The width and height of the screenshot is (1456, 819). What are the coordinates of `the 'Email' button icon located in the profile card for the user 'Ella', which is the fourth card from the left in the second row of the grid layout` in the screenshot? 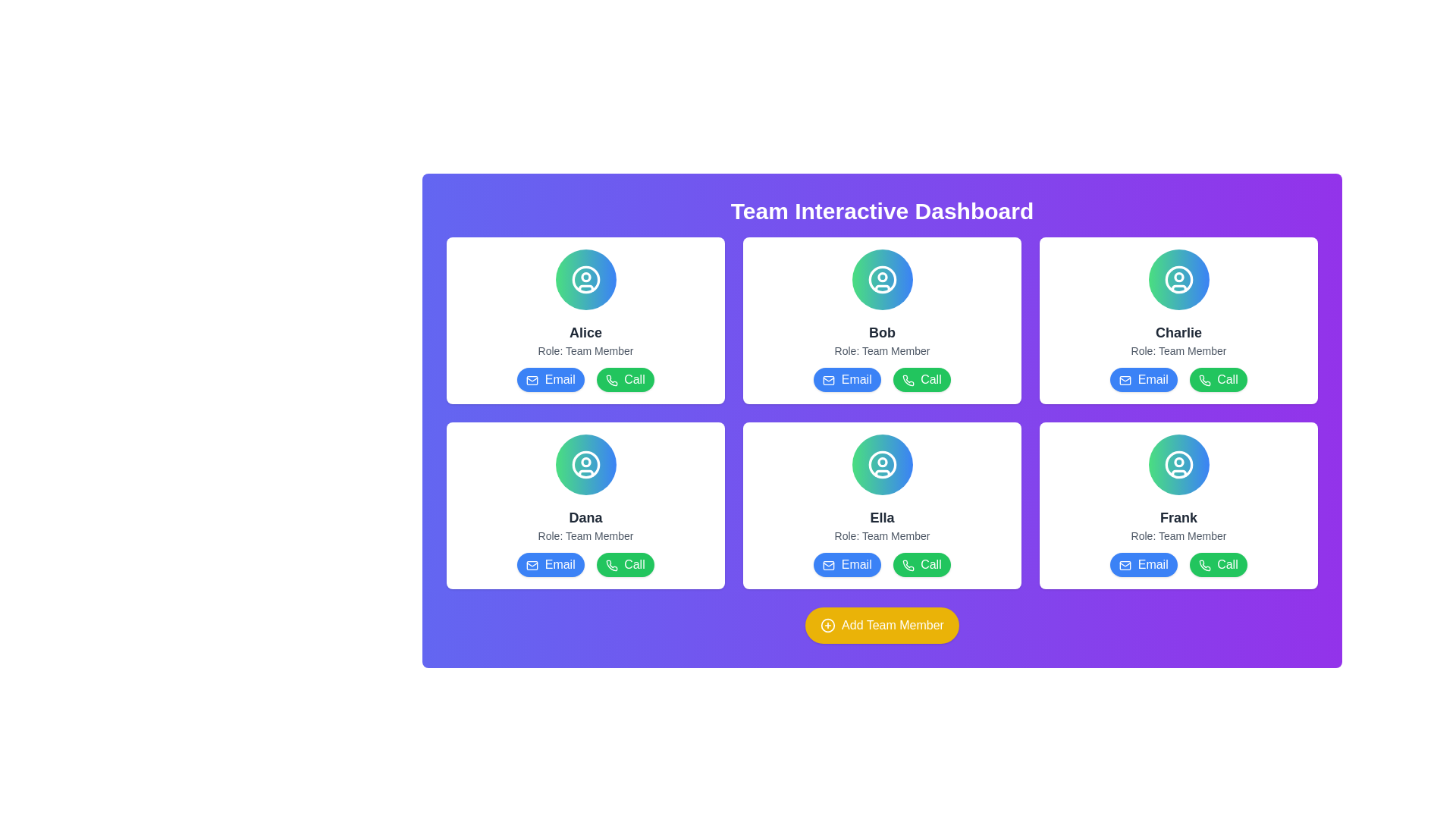 It's located at (828, 565).